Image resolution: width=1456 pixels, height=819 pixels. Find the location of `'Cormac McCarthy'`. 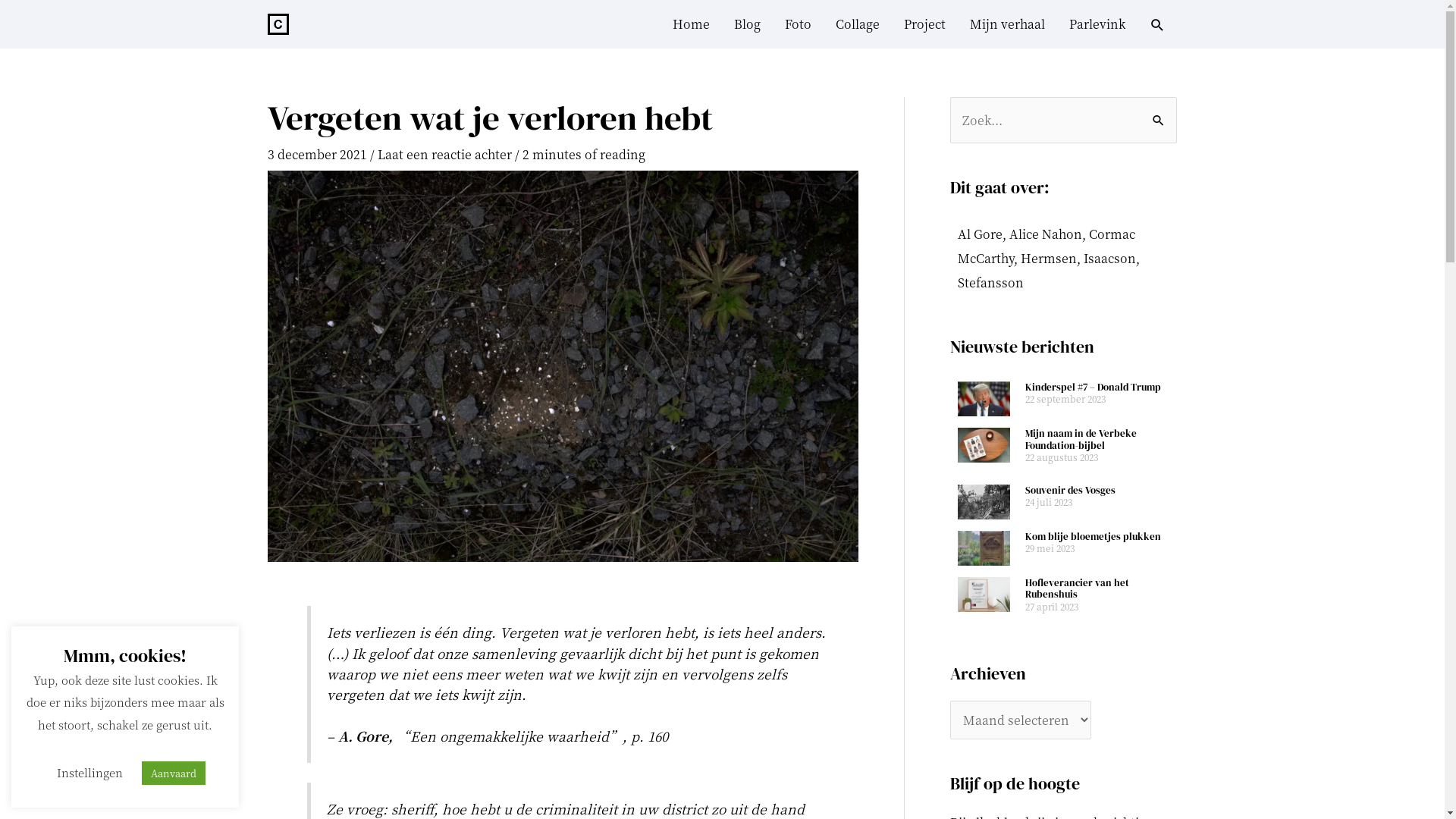

'Cormac McCarthy' is located at coordinates (1044, 245).